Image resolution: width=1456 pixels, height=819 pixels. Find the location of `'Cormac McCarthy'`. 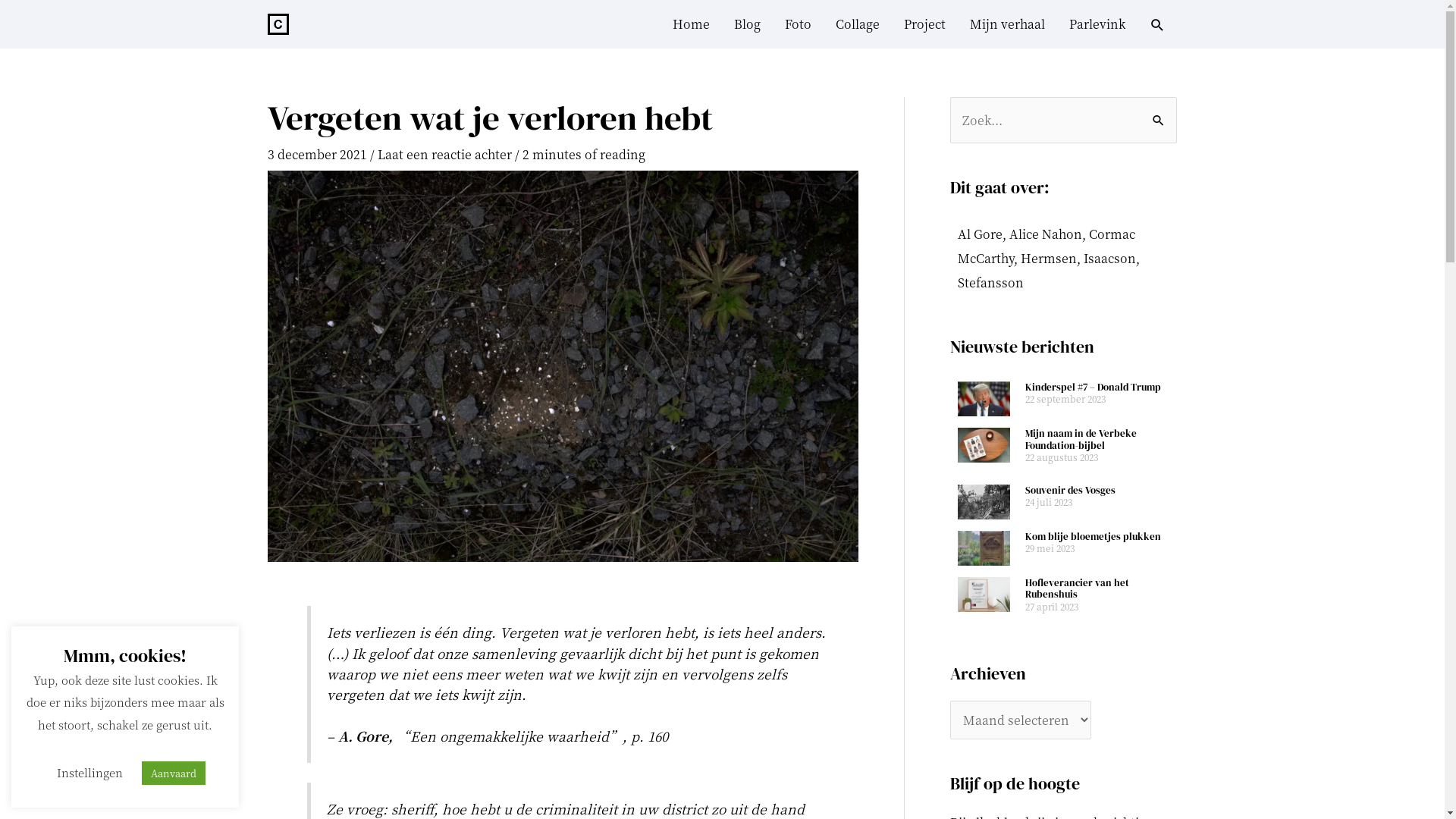

'Cormac McCarthy' is located at coordinates (1044, 245).